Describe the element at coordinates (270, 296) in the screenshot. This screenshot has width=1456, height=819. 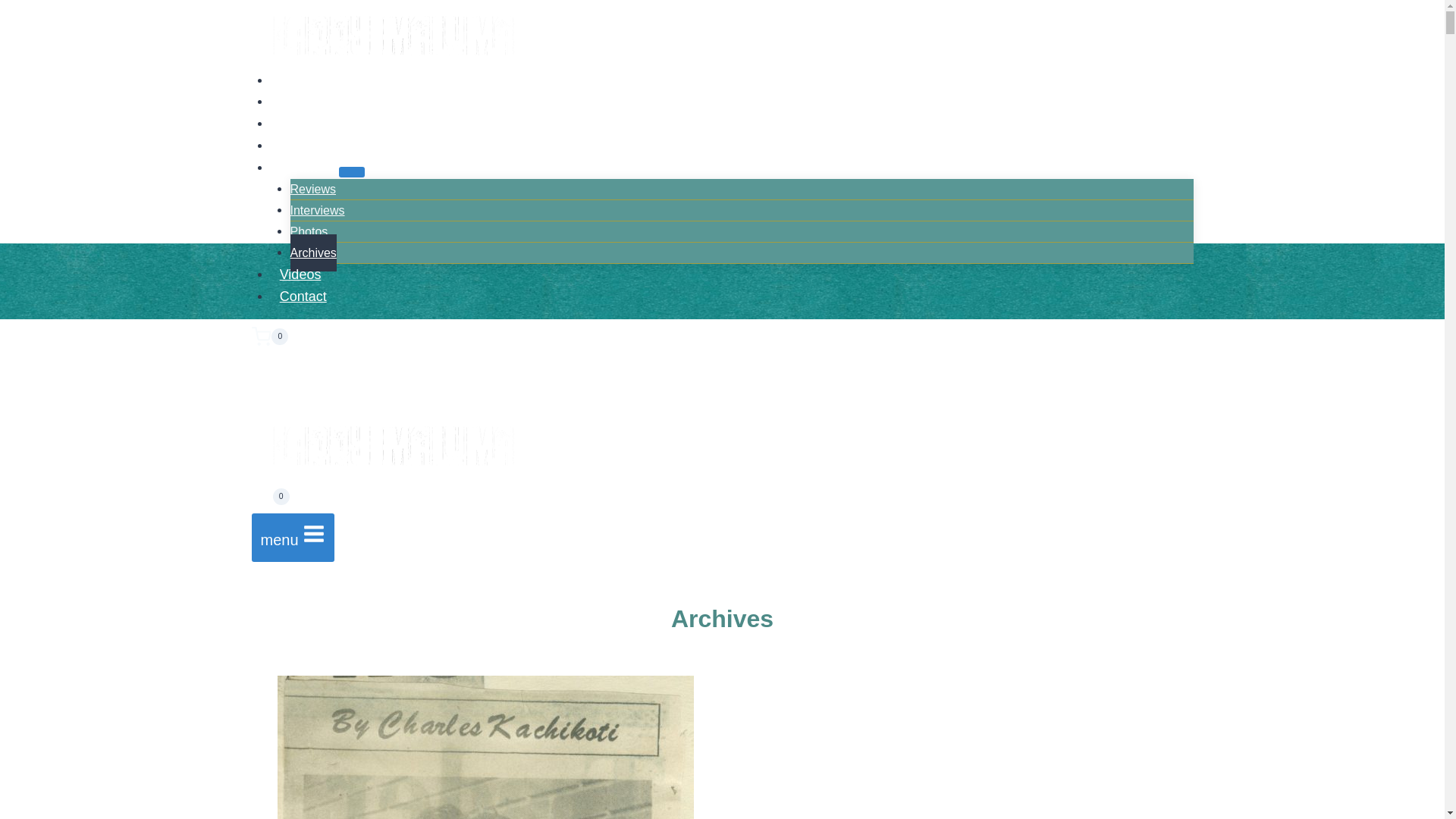
I see `'Contact'` at that location.